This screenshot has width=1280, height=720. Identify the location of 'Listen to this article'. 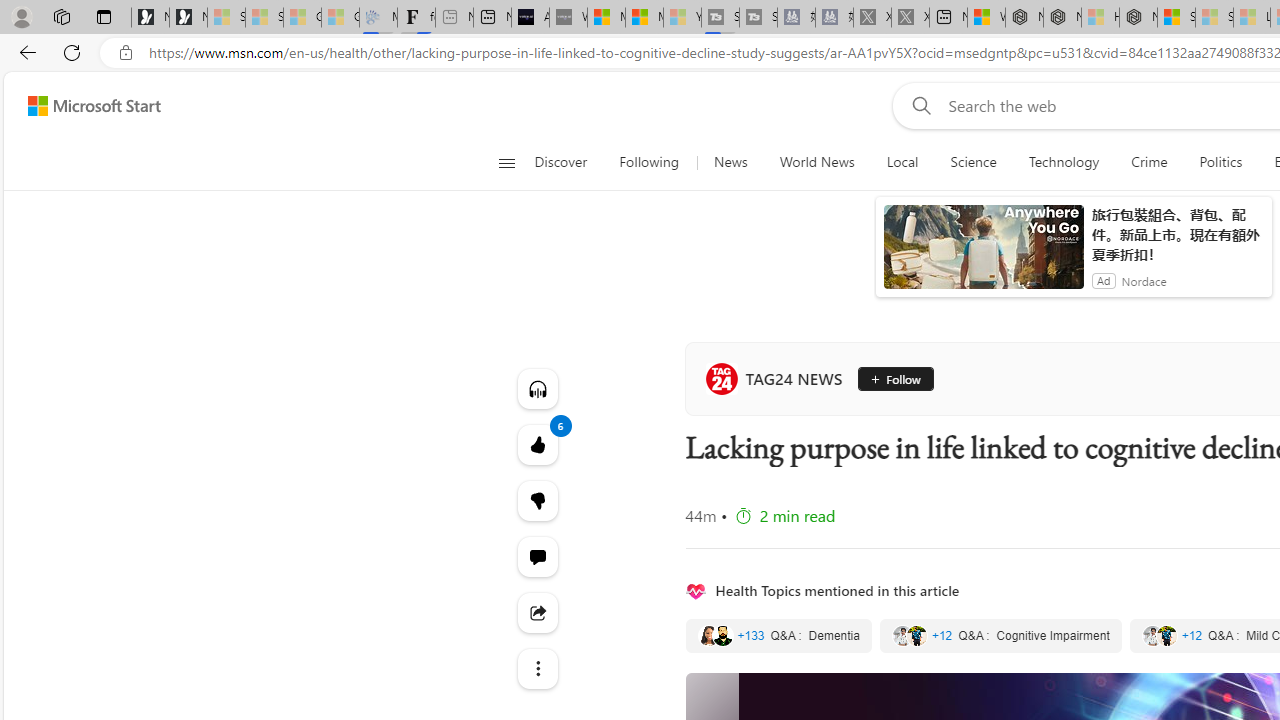
(537, 388).